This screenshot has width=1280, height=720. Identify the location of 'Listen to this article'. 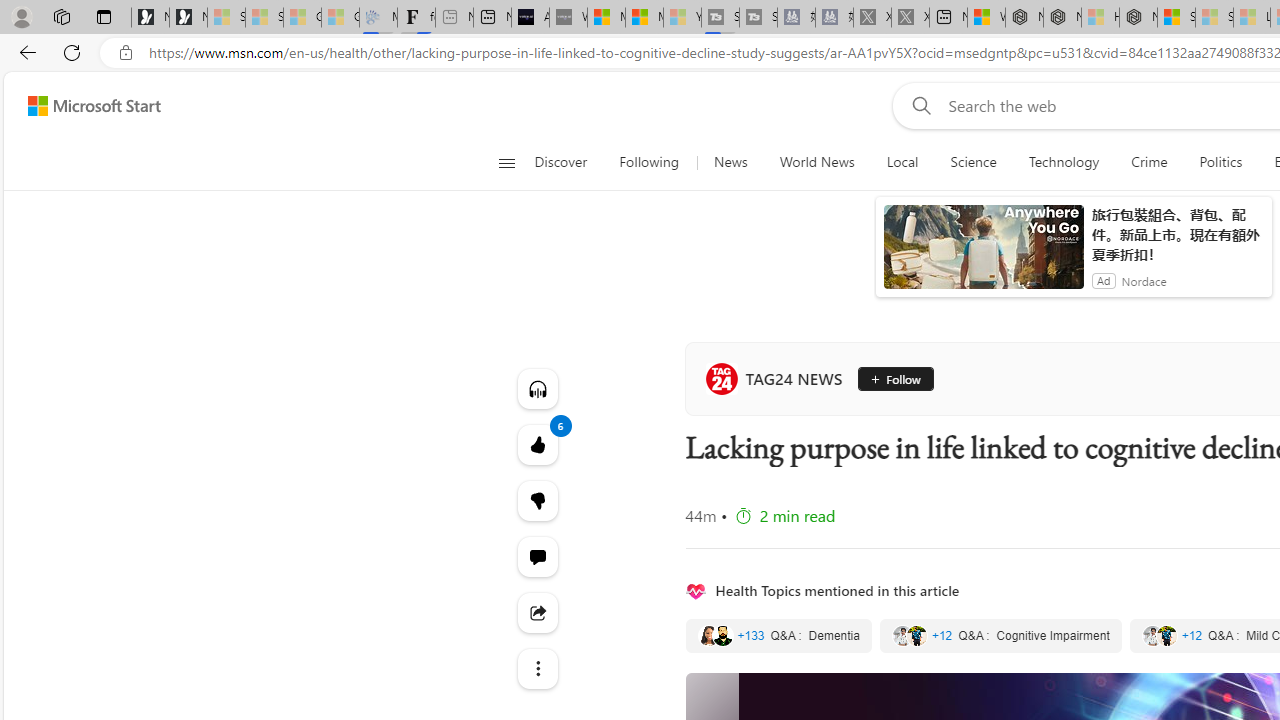
(537, 388).